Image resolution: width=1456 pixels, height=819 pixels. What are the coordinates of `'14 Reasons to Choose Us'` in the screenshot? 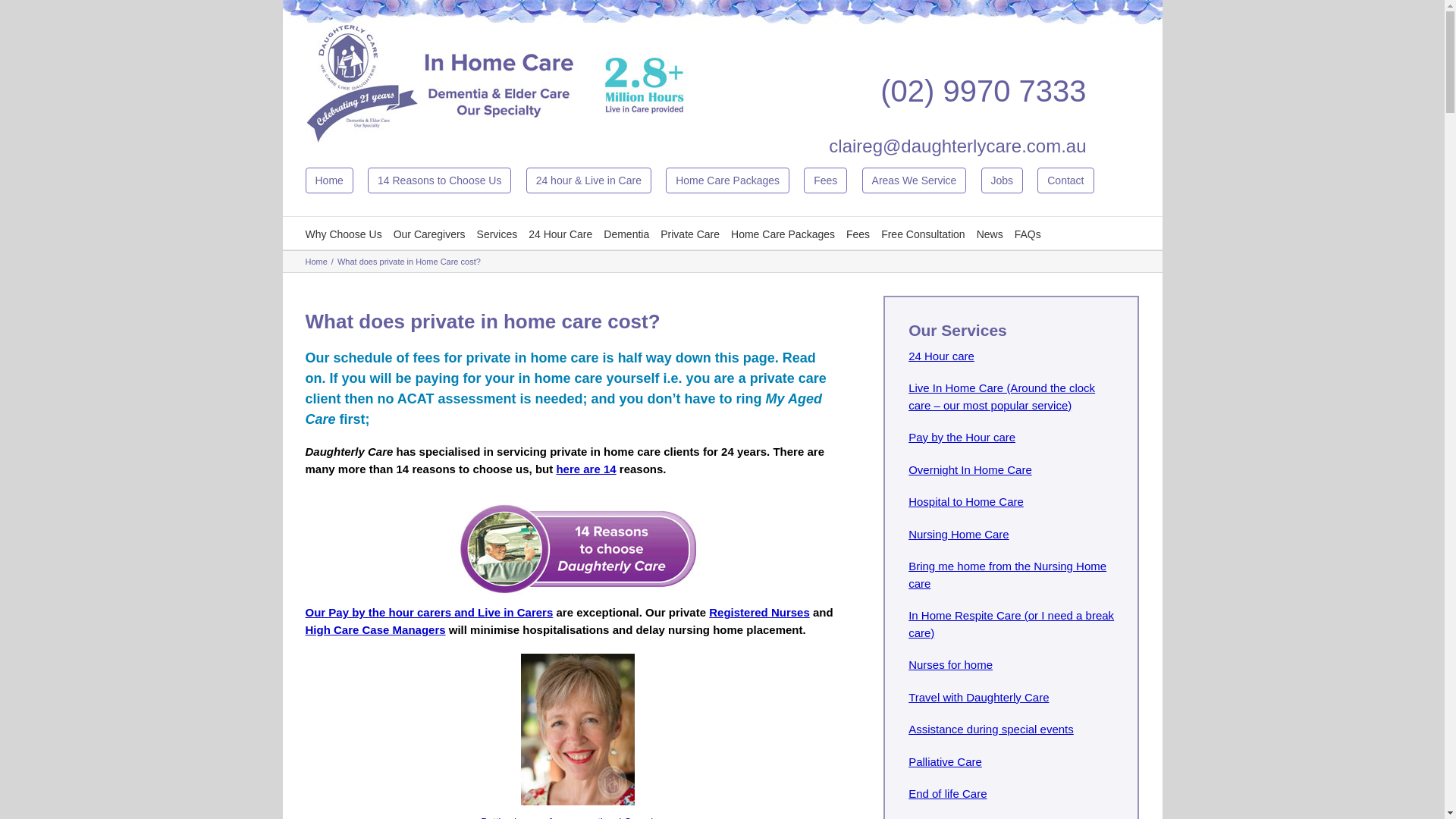 It's located at (438, 180).